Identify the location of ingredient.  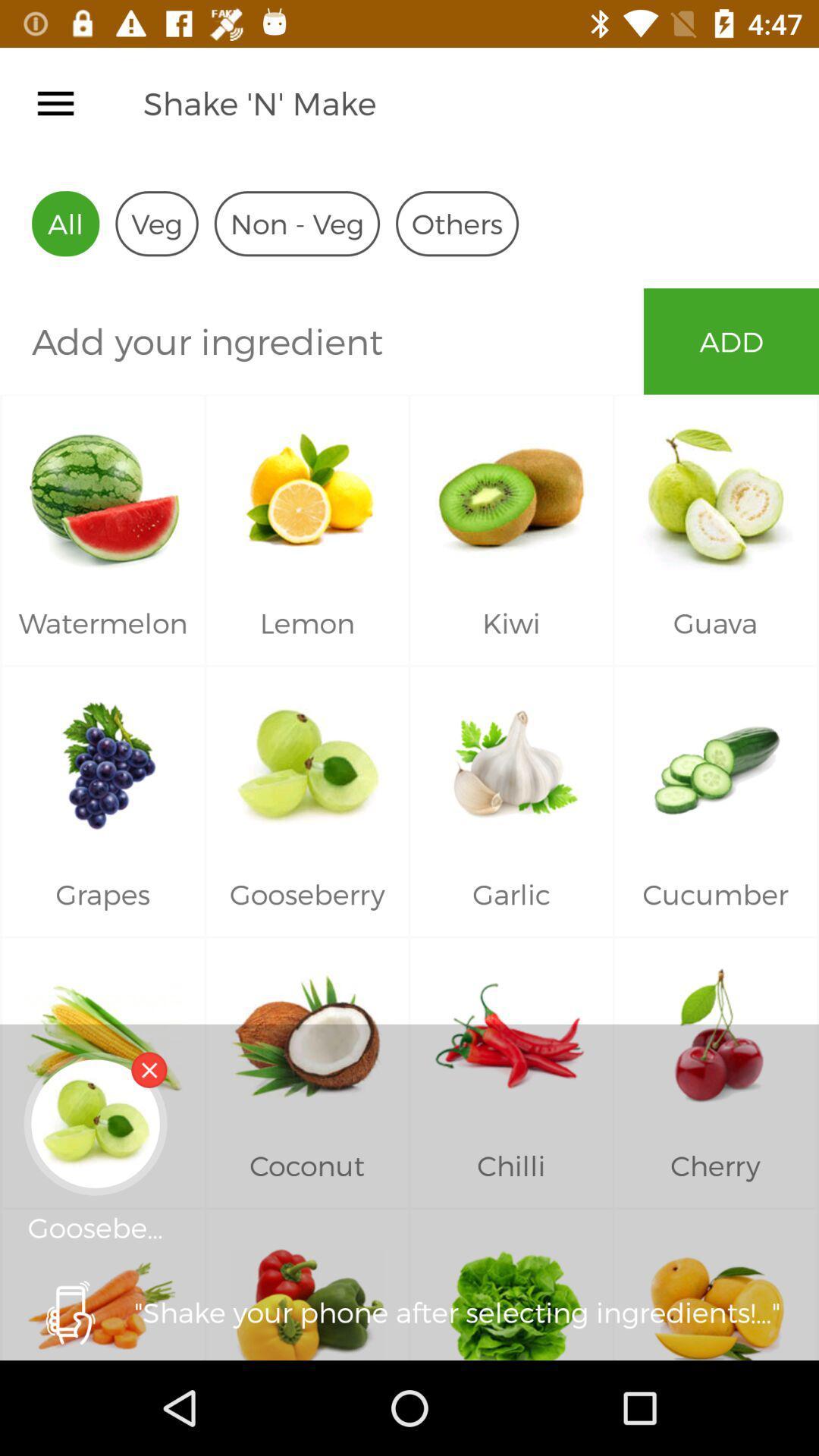
(321, 340).